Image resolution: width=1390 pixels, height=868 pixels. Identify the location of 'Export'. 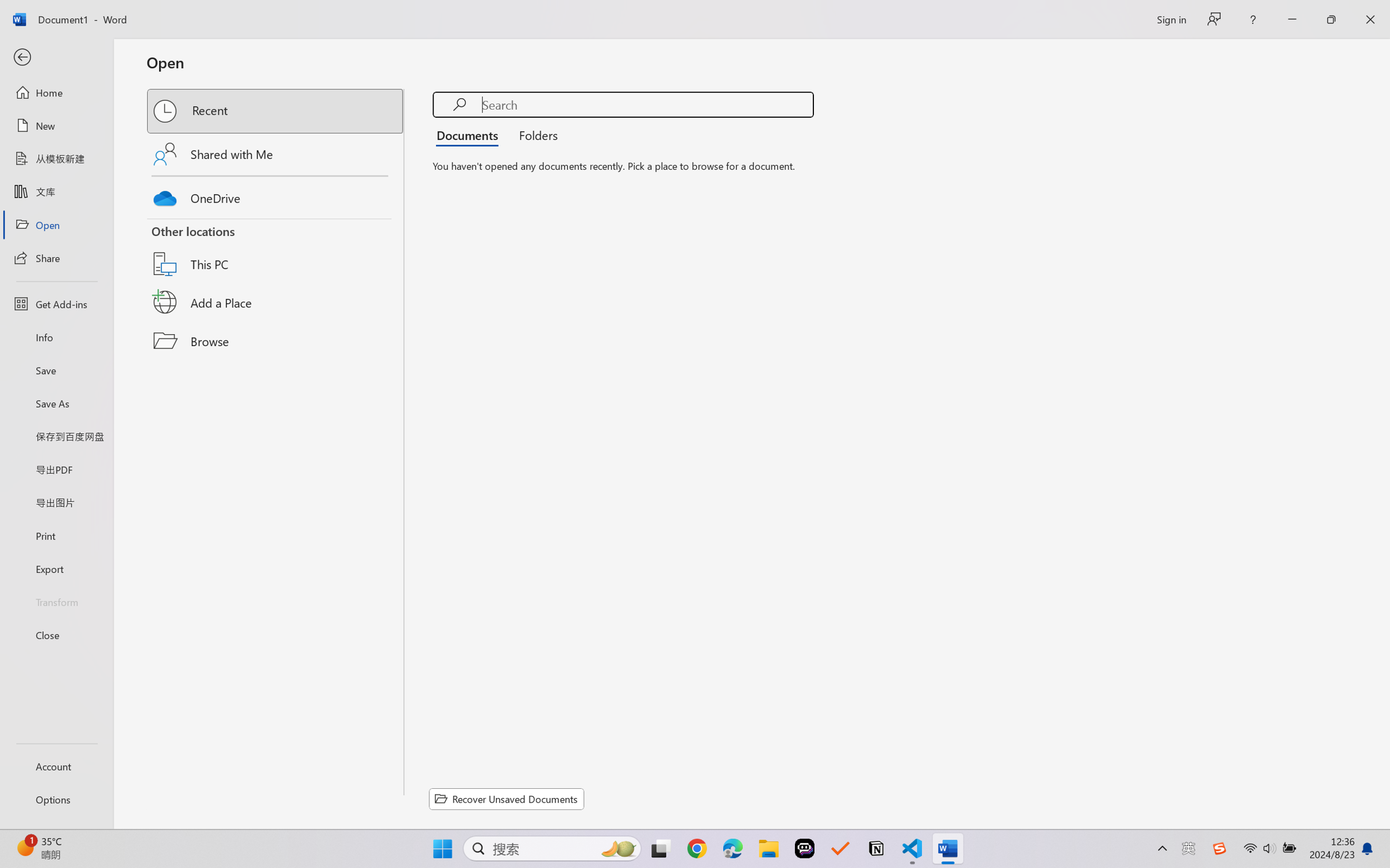
(56, 568).